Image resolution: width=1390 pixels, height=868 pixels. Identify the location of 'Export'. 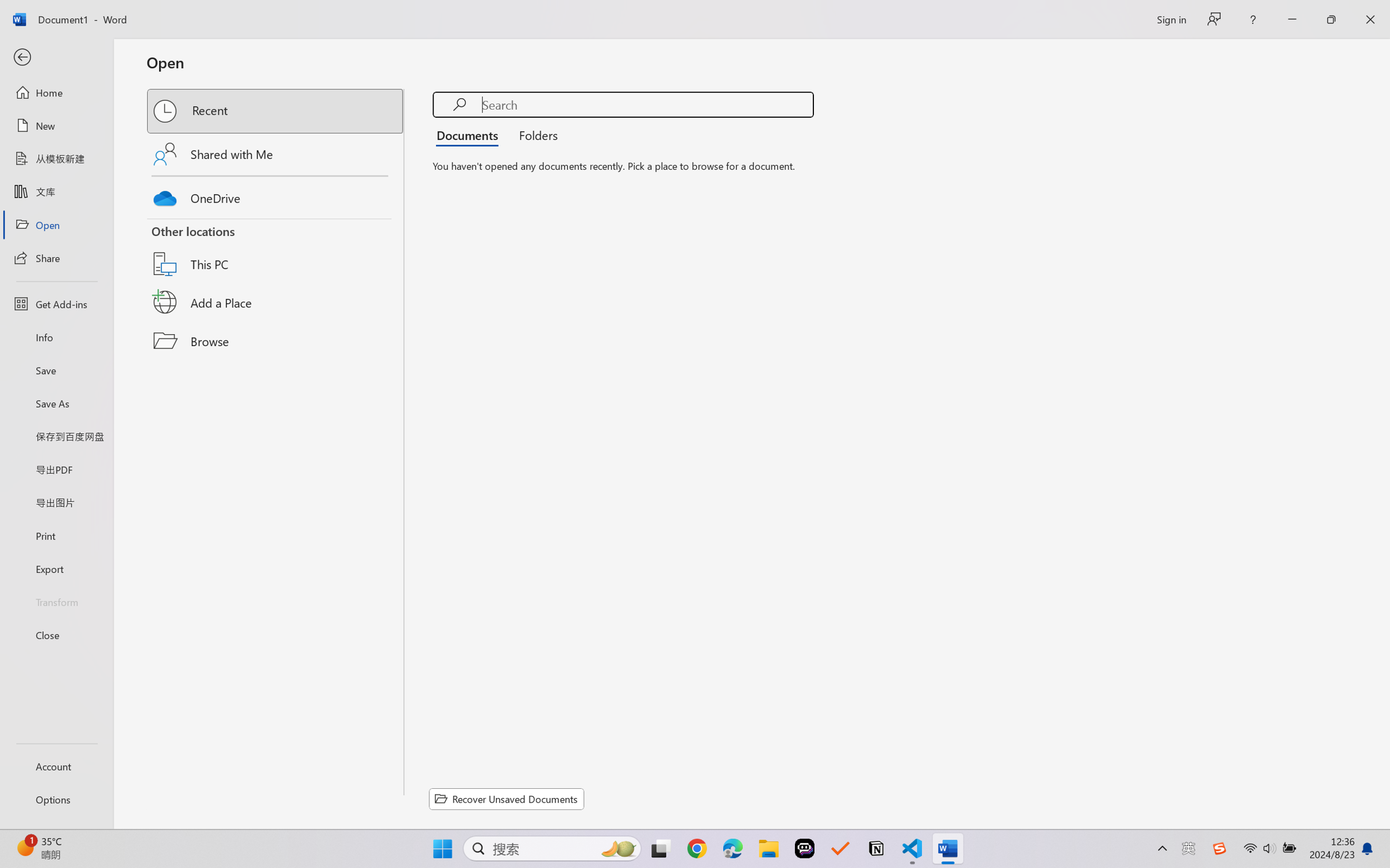
(56, 568).